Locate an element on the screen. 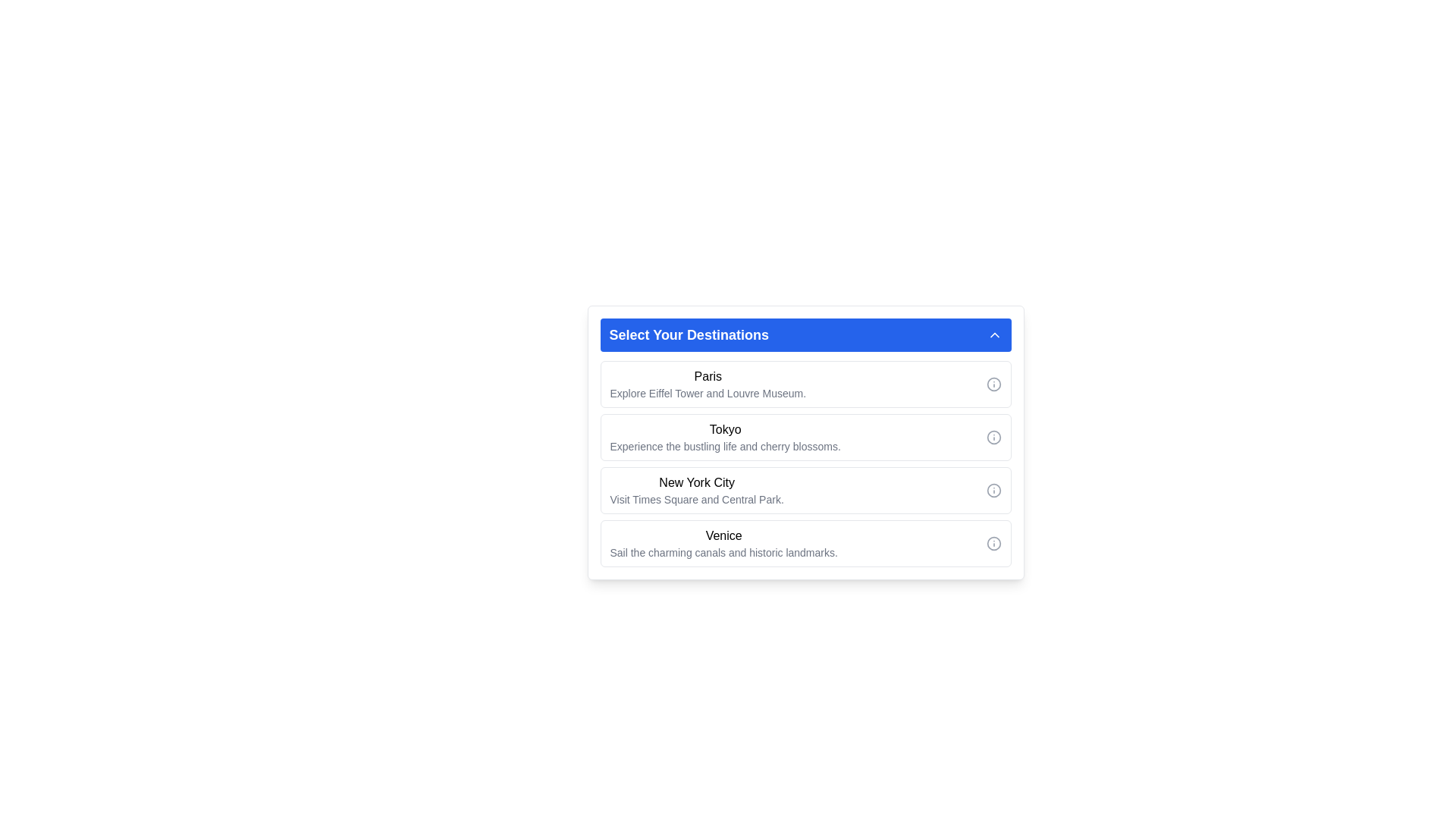  the static text element providing additional information about 'Tokyo', located below the text 'Tokyo' in the 'Select Your Destinations' section is located at coordinates (724, 446).